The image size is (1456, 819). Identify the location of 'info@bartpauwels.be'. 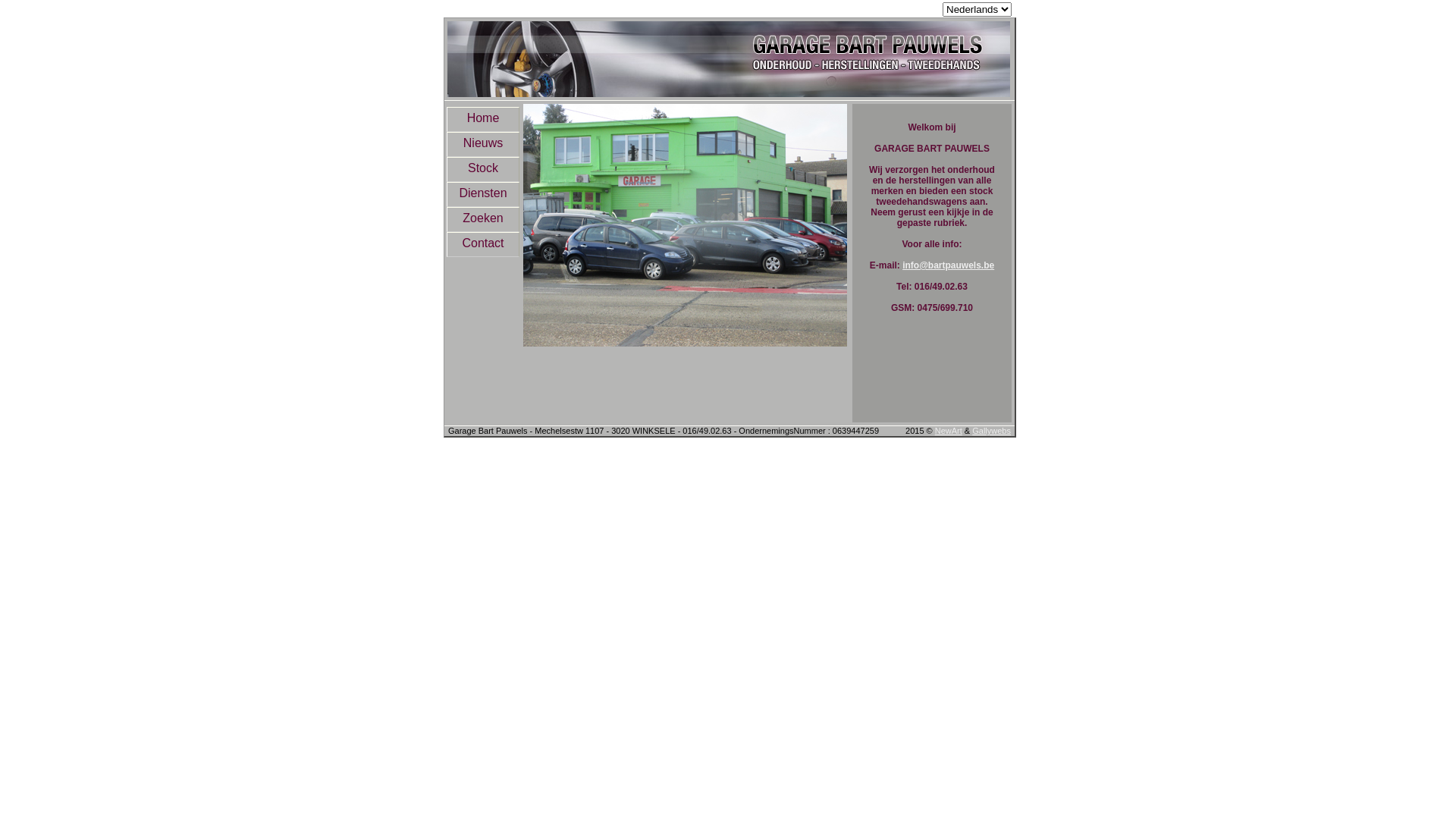
(947, 265).